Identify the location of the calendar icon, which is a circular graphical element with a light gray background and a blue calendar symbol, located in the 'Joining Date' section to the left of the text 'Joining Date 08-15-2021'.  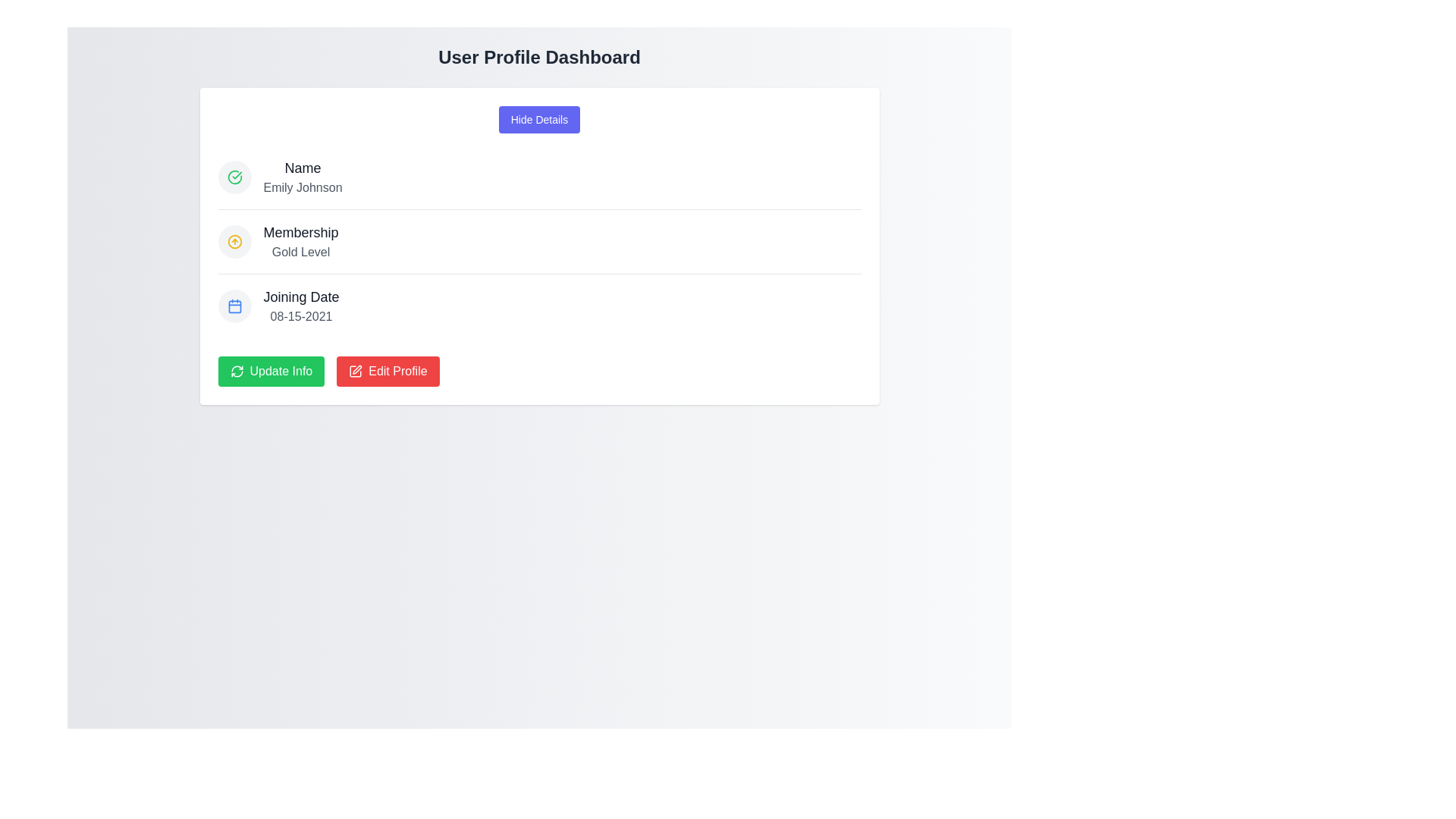
(234, 306).